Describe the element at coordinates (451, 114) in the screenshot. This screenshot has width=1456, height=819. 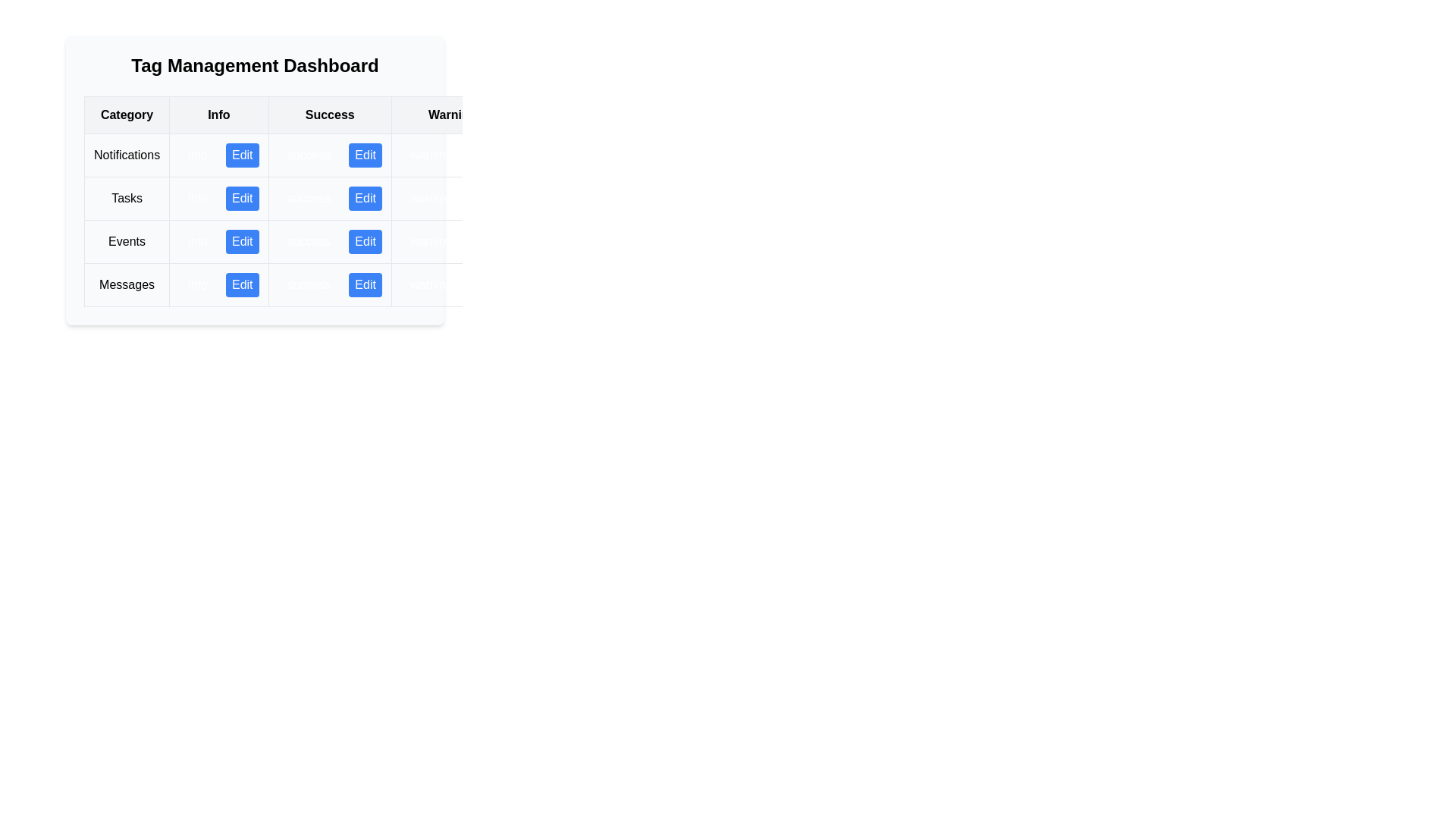
I see `the 'Warning' header in the table column, which categorizes information and is positioned in the fourth place among five elements` at that location.